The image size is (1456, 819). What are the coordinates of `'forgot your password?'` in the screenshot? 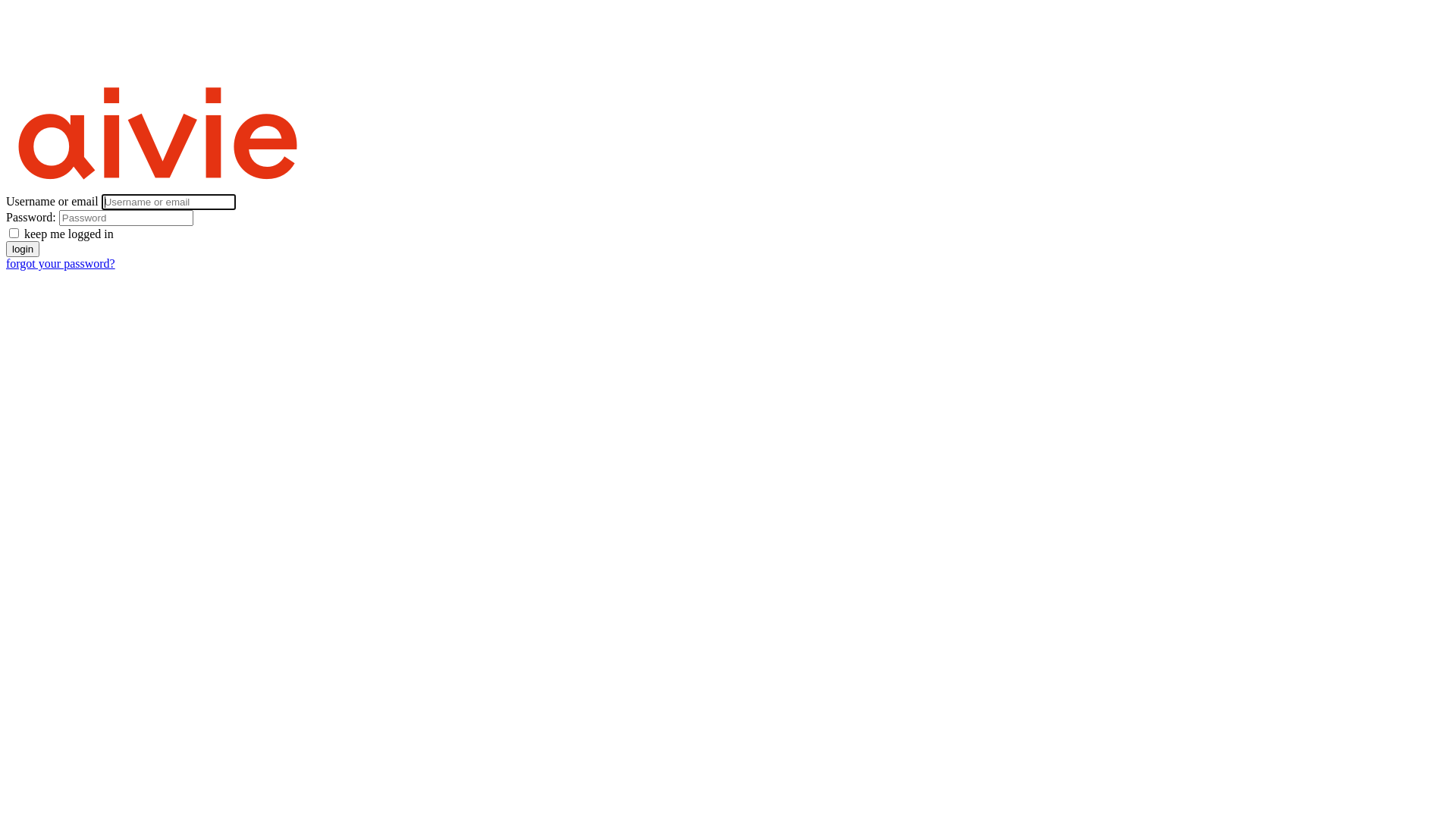 It's located at (61, 262).